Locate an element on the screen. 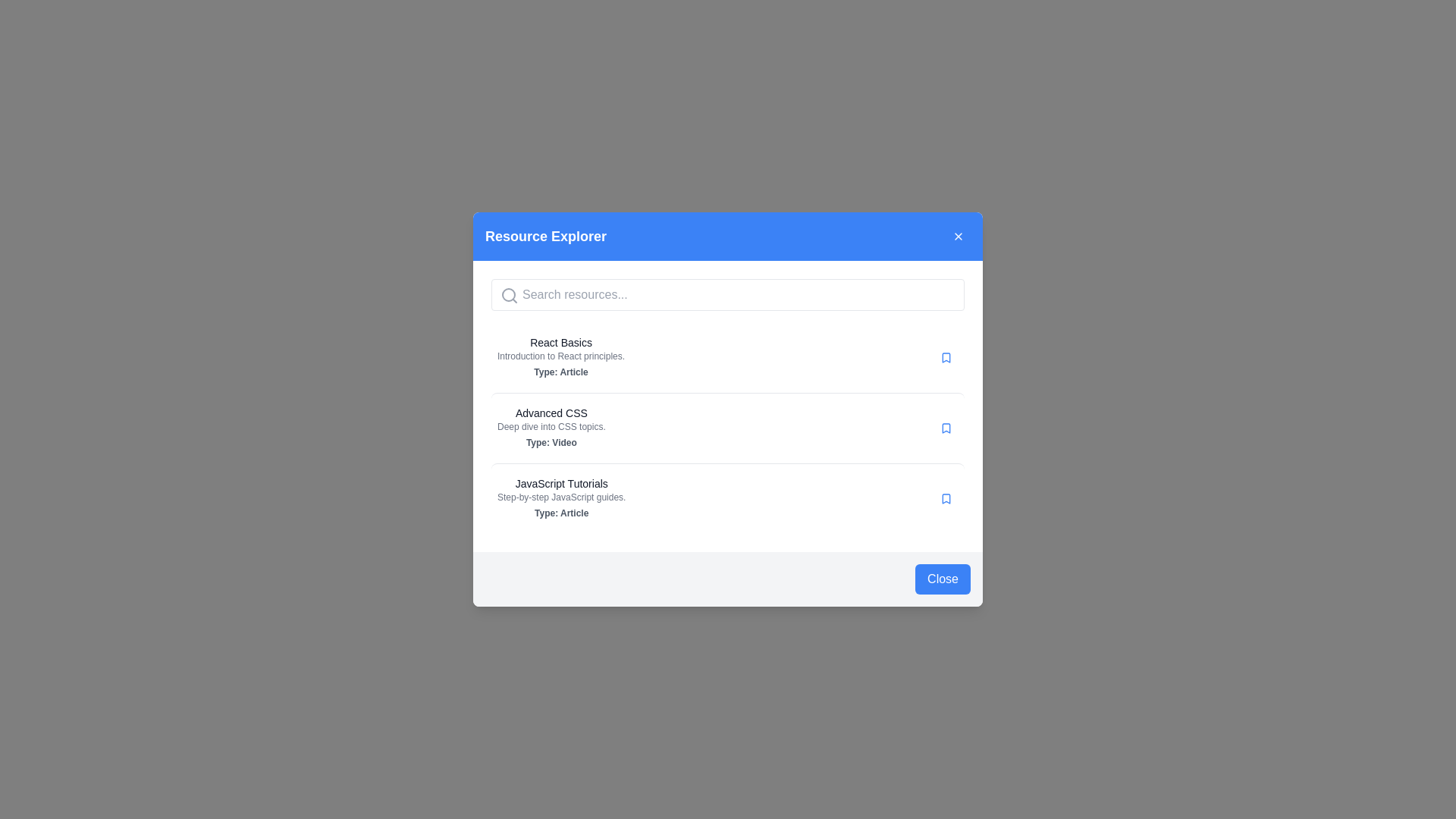 This screenshot has height=819, width=1456. the 'X' icon button located in the top-right corner of the 'Resource Explorer' modal is located at coordinates (957, 237).